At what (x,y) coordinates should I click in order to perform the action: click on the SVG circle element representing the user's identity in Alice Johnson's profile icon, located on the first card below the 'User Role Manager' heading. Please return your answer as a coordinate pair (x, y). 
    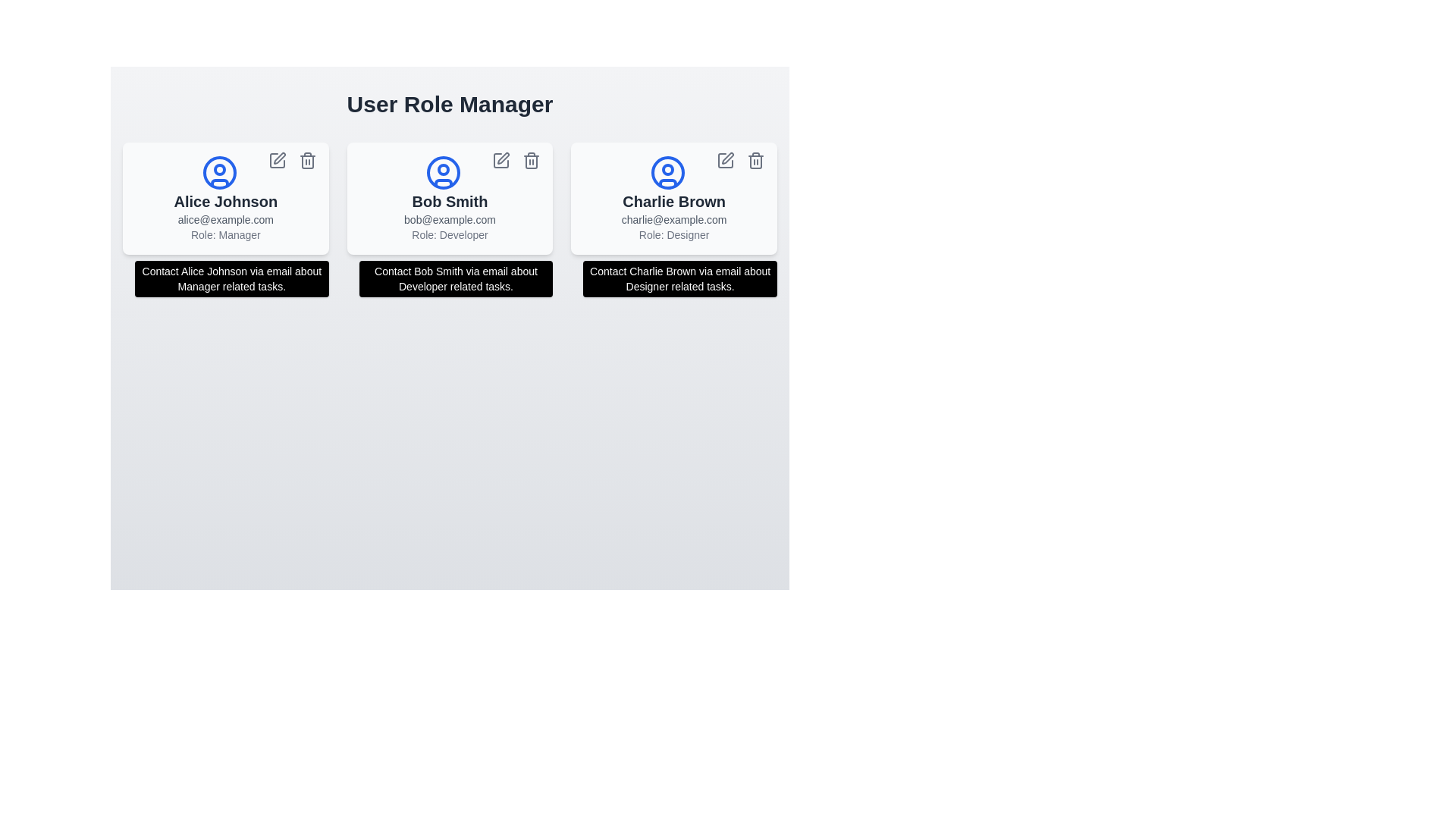
    Looking at the image, I should click on (218, 171).